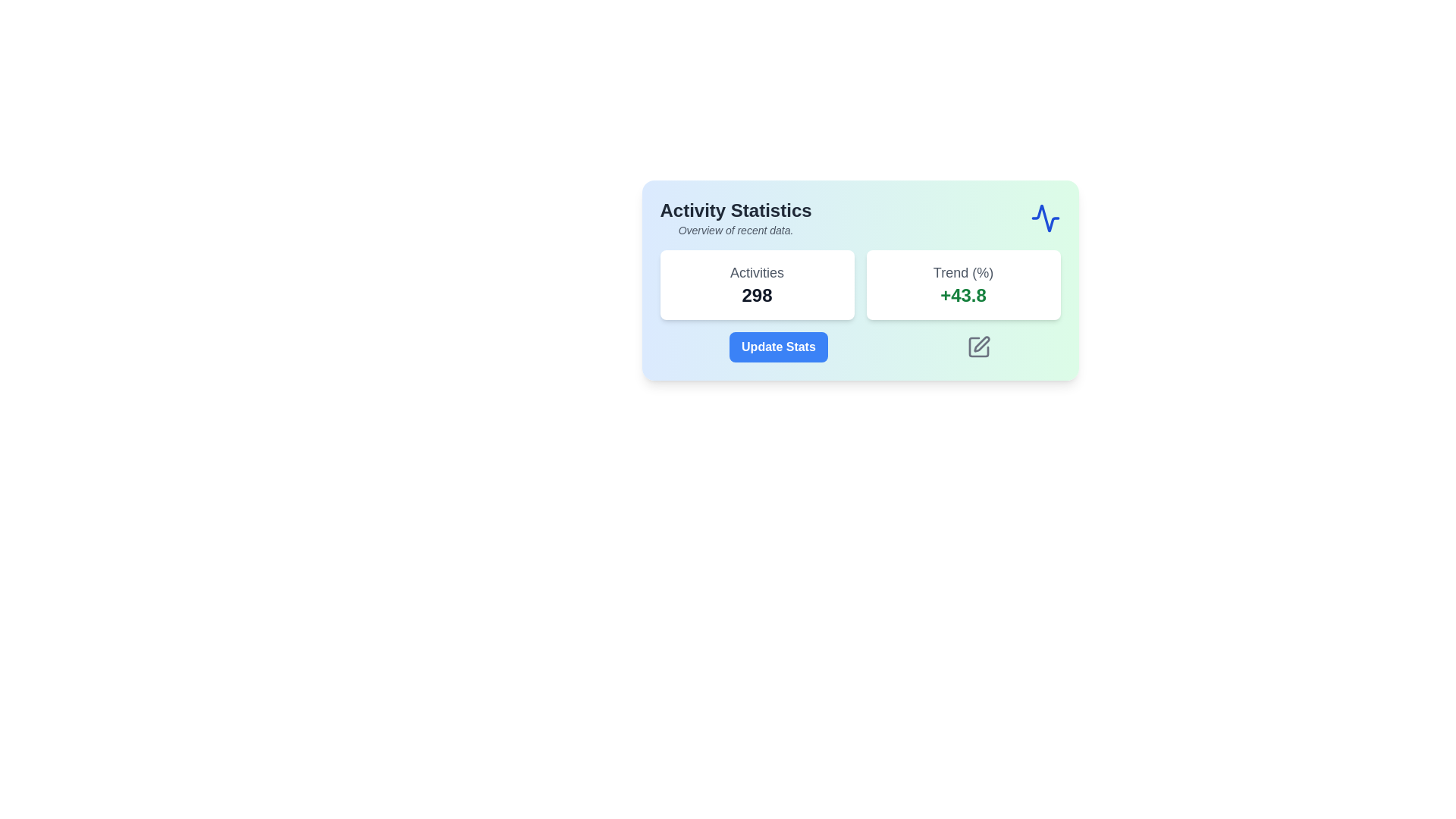 The width and height of the screenshot is (1456, 819). Describe the element at coordinates (1044, 218) in the screenshot. I see `the blue activity symbol icon resembling a waveform located at the top-right corner of the 'Activity Statistics' section` at that location.